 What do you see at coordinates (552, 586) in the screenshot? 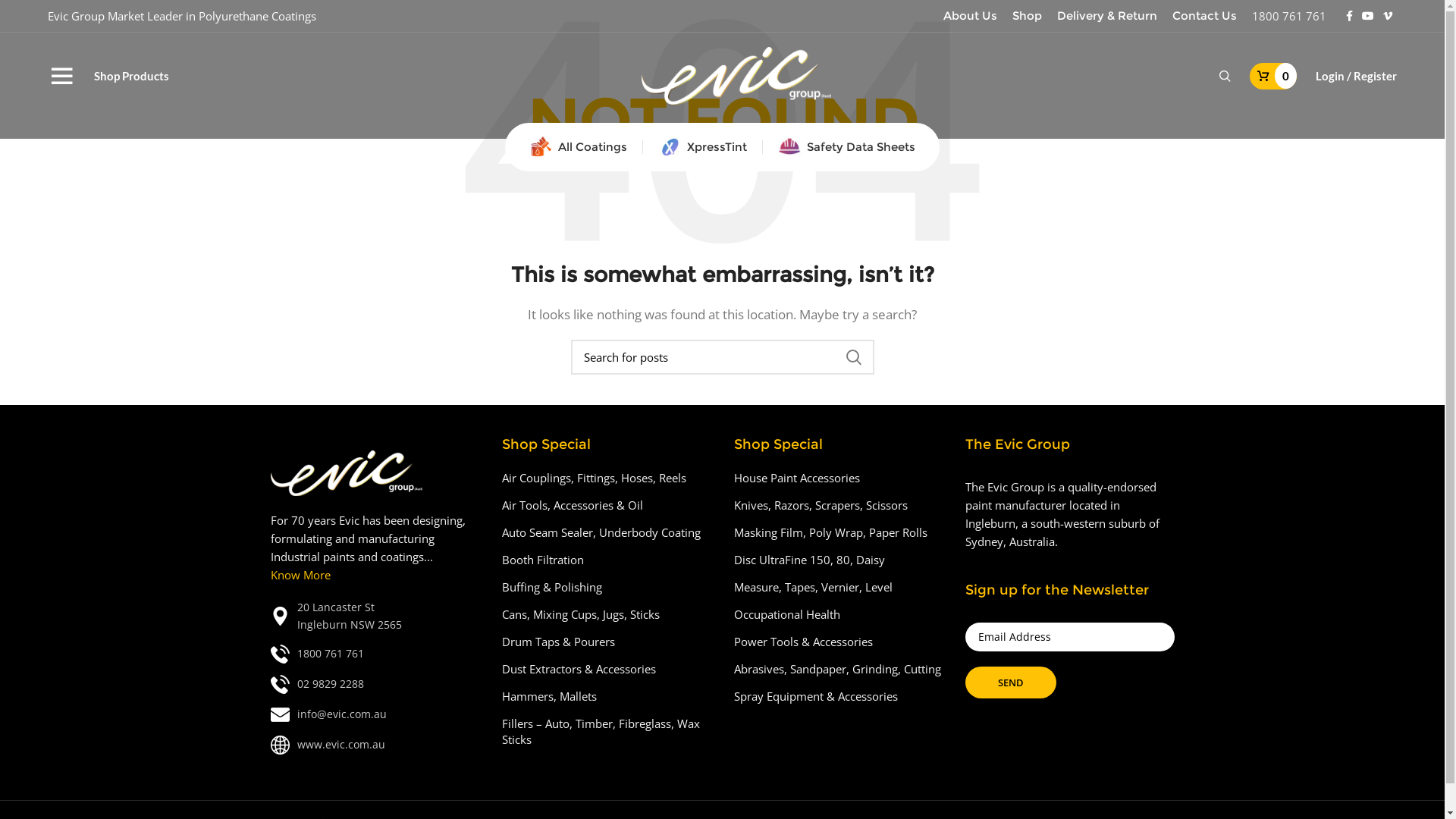
I see `'Buffing & Polishing'` at bounding box center [552, 586].